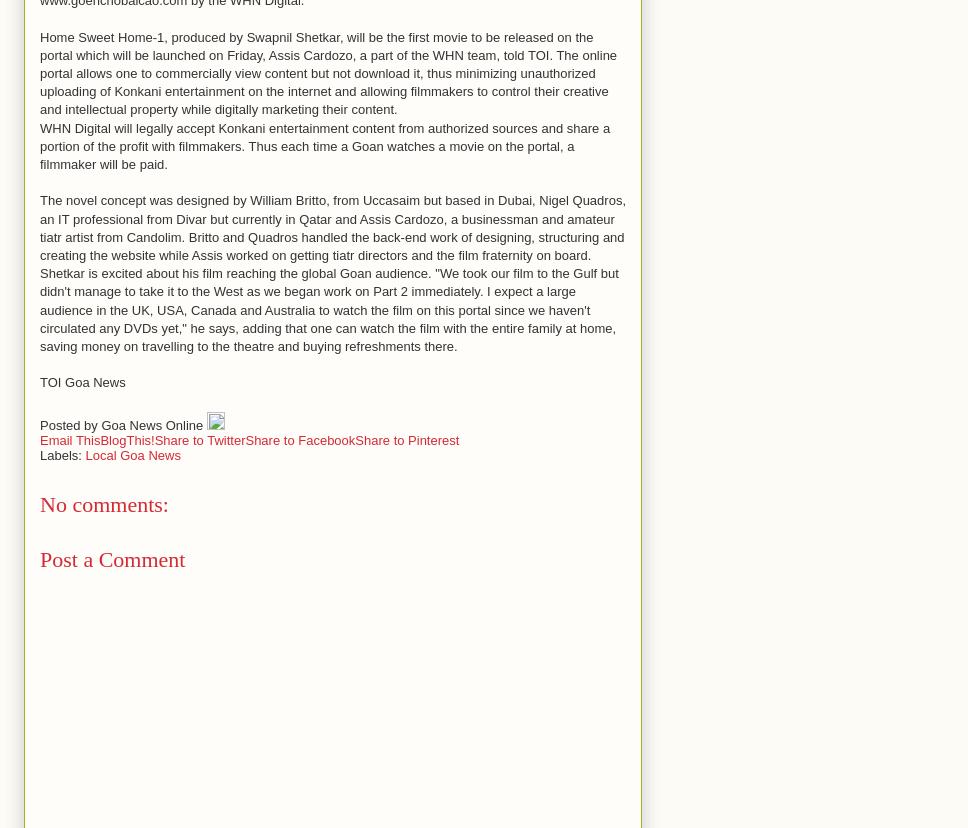 This screenshot has height=828, width=968. What do you see at coordinates (199, 439) in the screenshot?
I see `'Share to Twitter'` at bounding box center [199, 439].